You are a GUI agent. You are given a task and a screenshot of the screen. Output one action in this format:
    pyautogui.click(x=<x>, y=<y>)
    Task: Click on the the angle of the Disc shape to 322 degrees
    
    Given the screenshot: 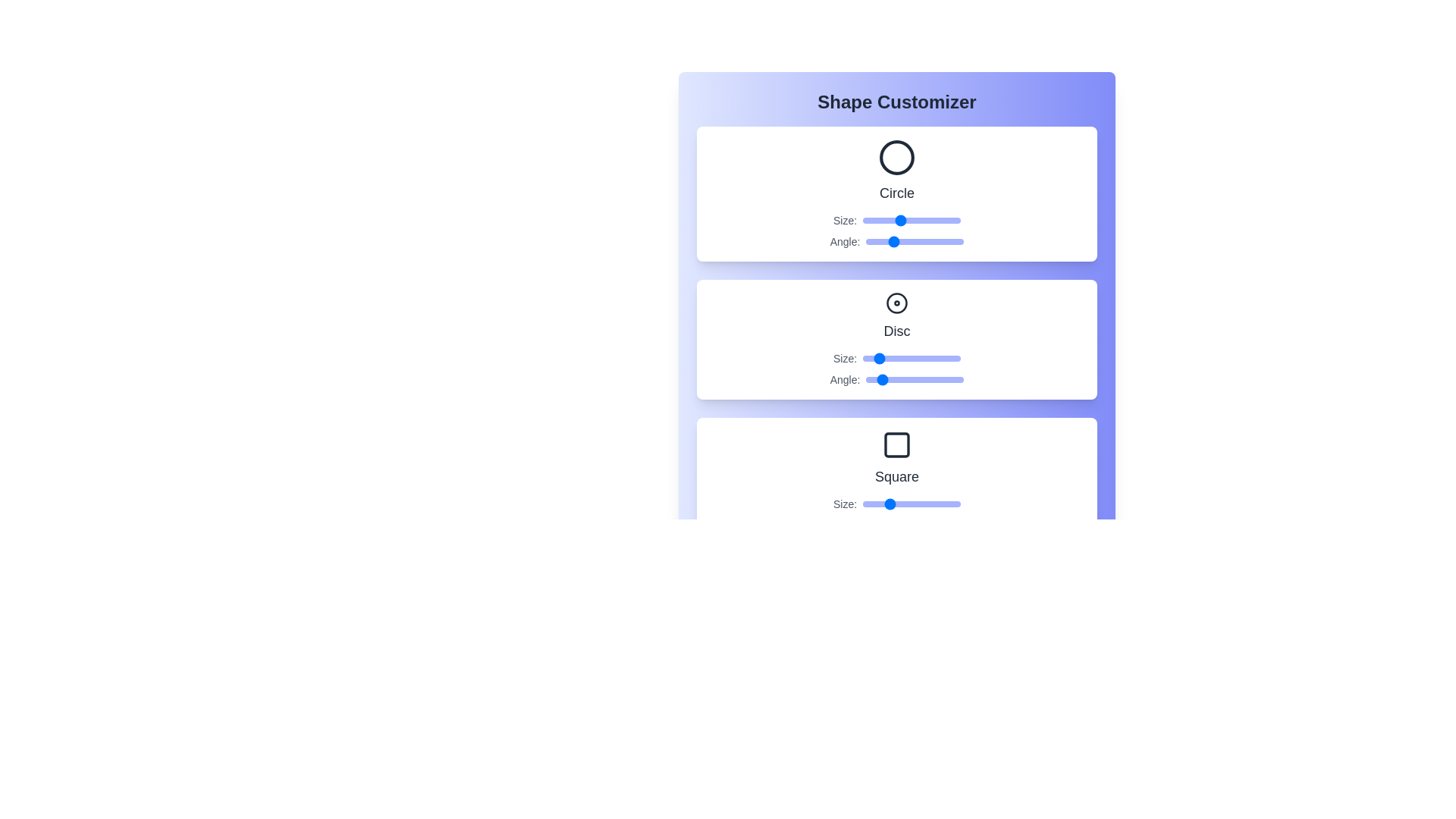 What is the action you would take?
    pyautogui.click(x=952, y=379)
    